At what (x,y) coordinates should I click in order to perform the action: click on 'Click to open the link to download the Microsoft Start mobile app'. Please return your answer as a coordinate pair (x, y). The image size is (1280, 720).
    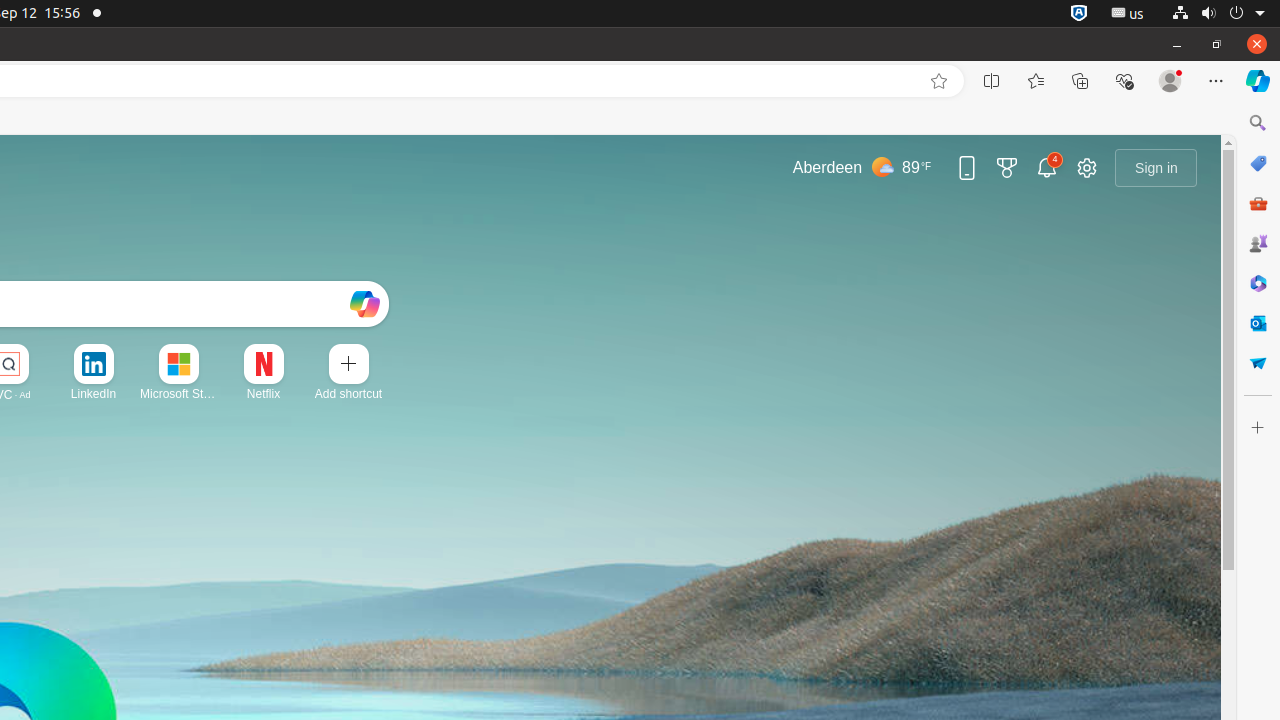
    Looking at the image, I should click on (967, 166).